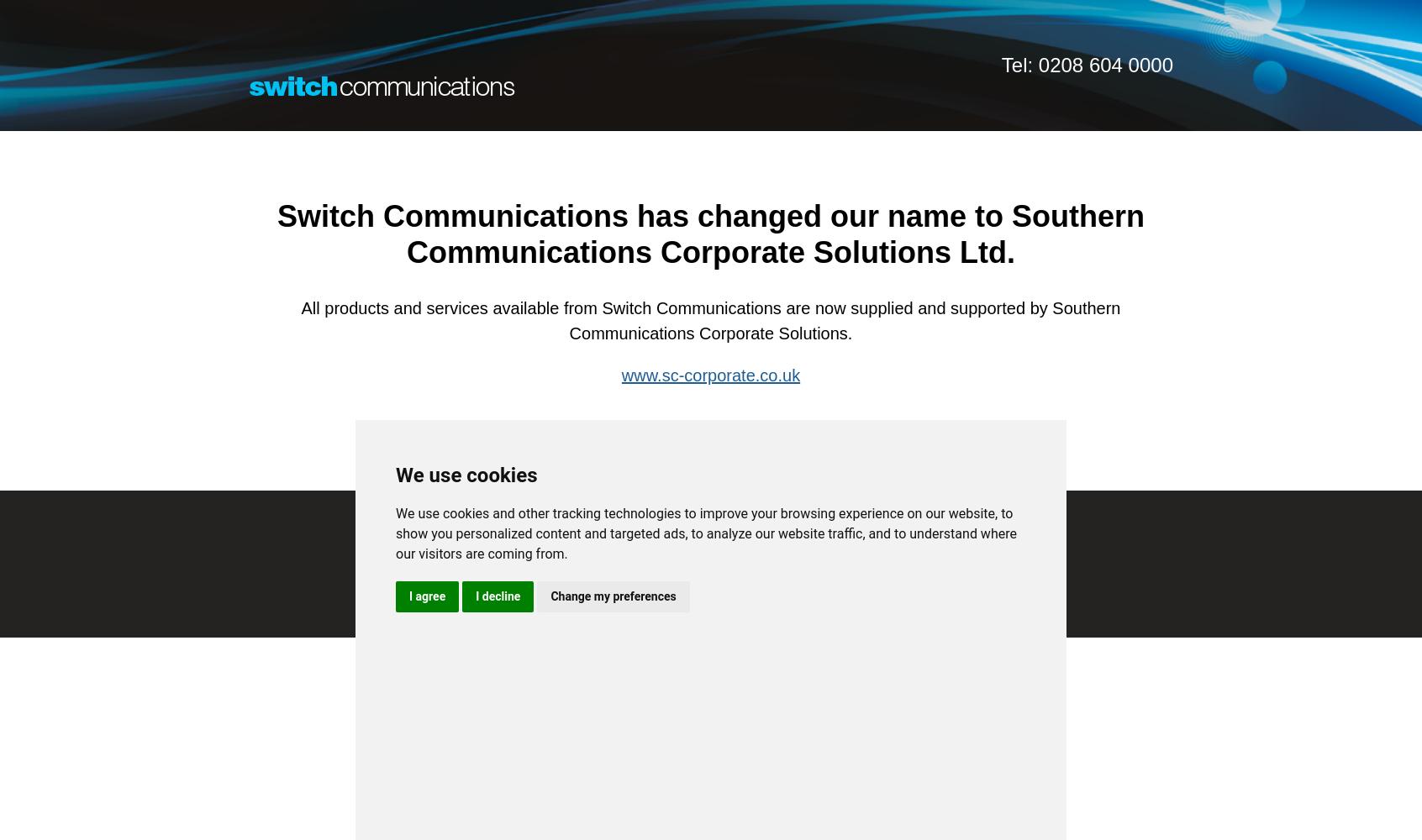 The height and width of the screenshot is (840, 1422). Describe the element at coordinates (466, 475) in the screenshot. I see `'We use cookies'` at that location.